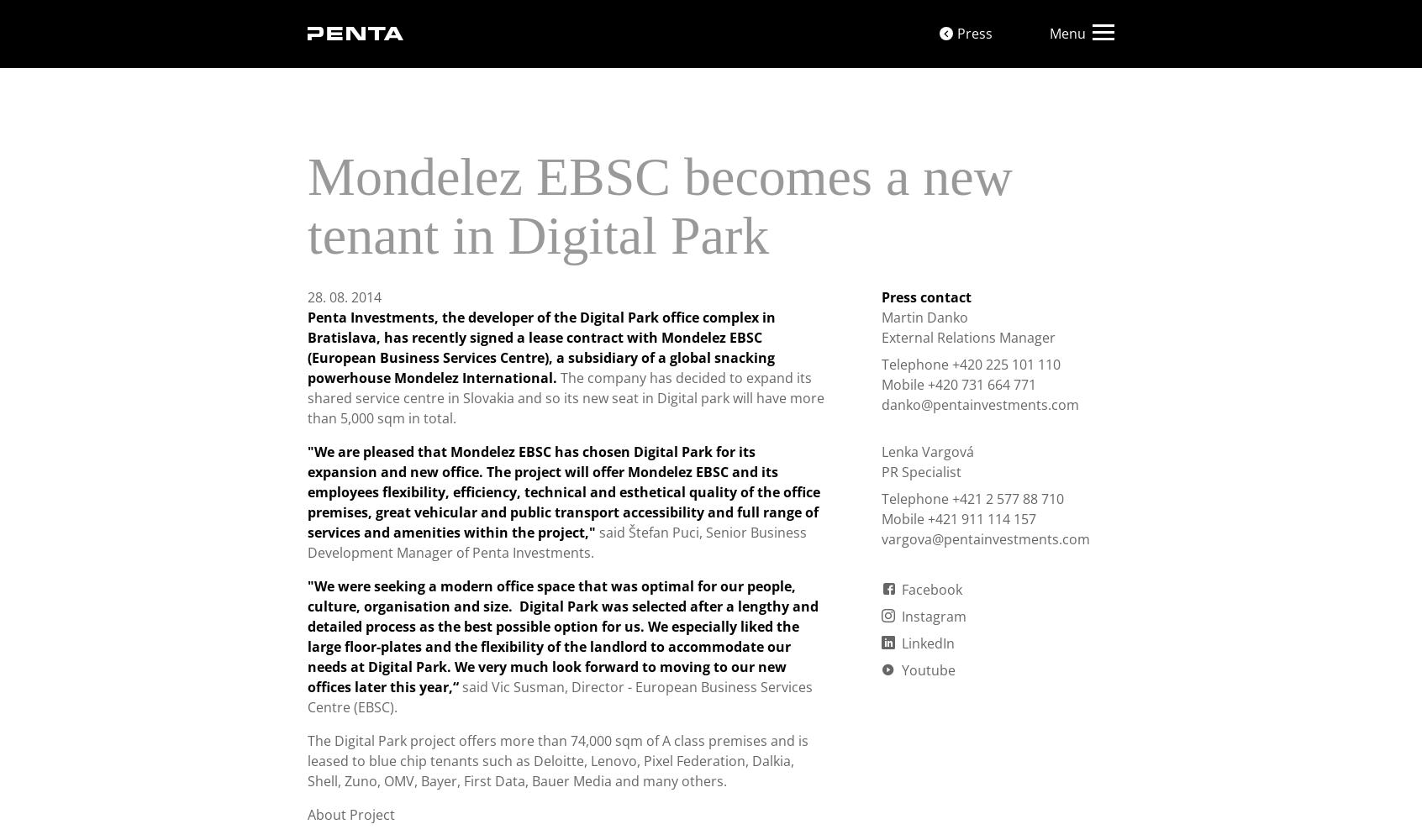 Image resolution: width=1422 pixels, height=840 pixels. What do you see at coordinates (716, 22) in the screenshot?
I see `'Penta Foundation'` at bounding box center [716, 22].